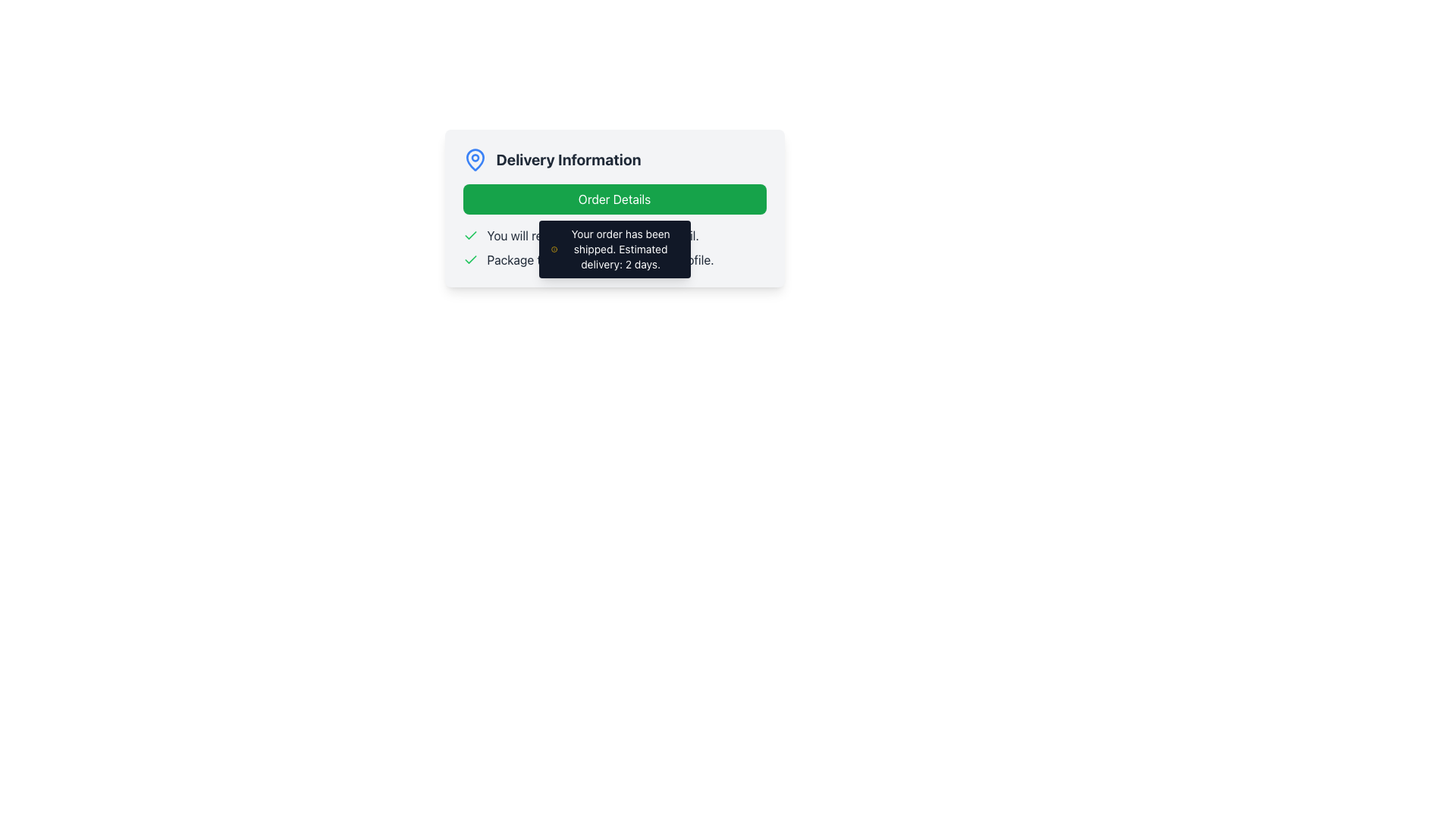 This screenshot has width=1456, height=819. I want to click on text inside the tooltip that appears below the 'Order Details' button, which contains the message 'Your order has been shipped. Estimated delivery: 2 days.', so click(614, 248).